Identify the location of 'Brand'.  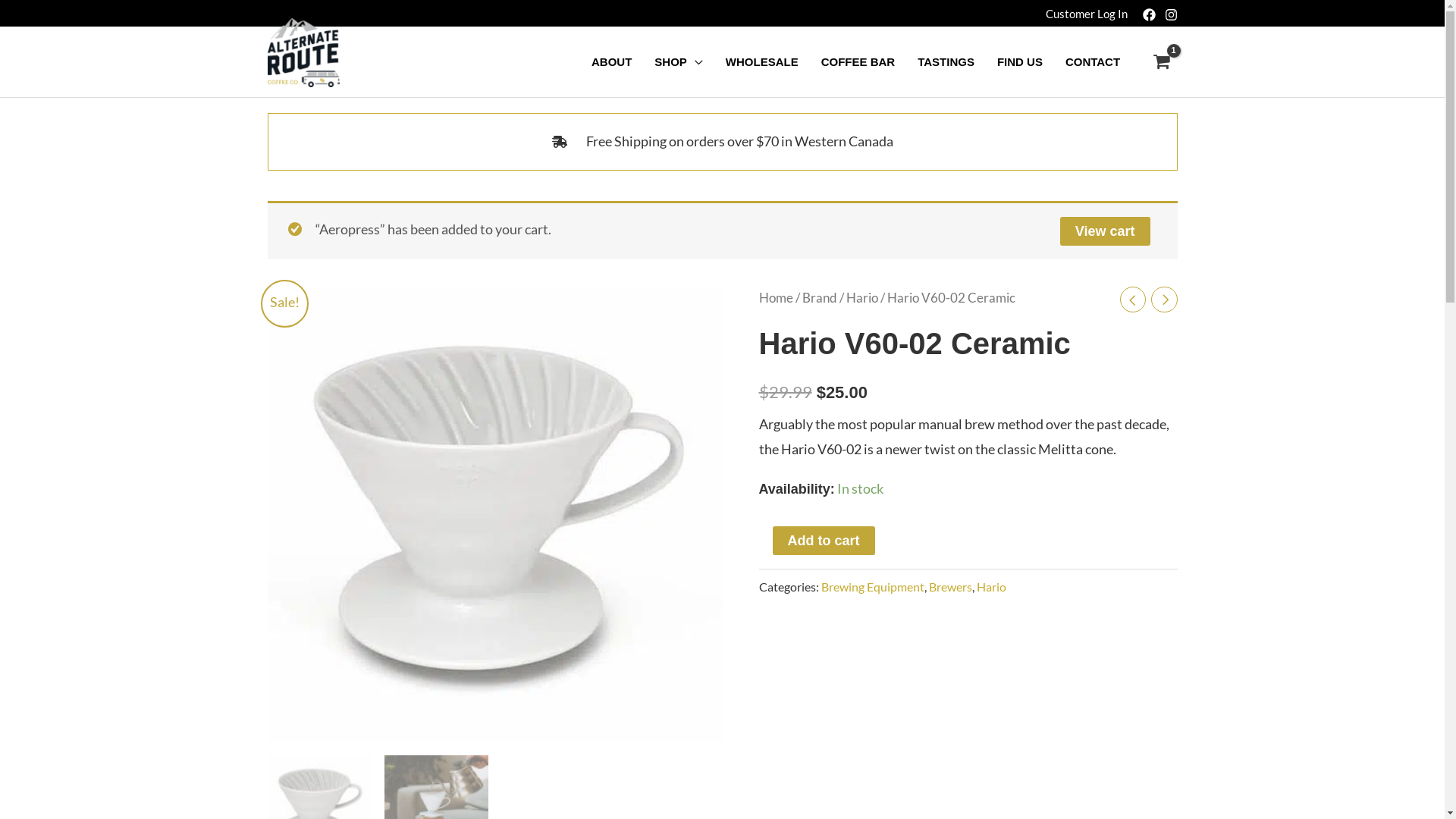
(818, 298).